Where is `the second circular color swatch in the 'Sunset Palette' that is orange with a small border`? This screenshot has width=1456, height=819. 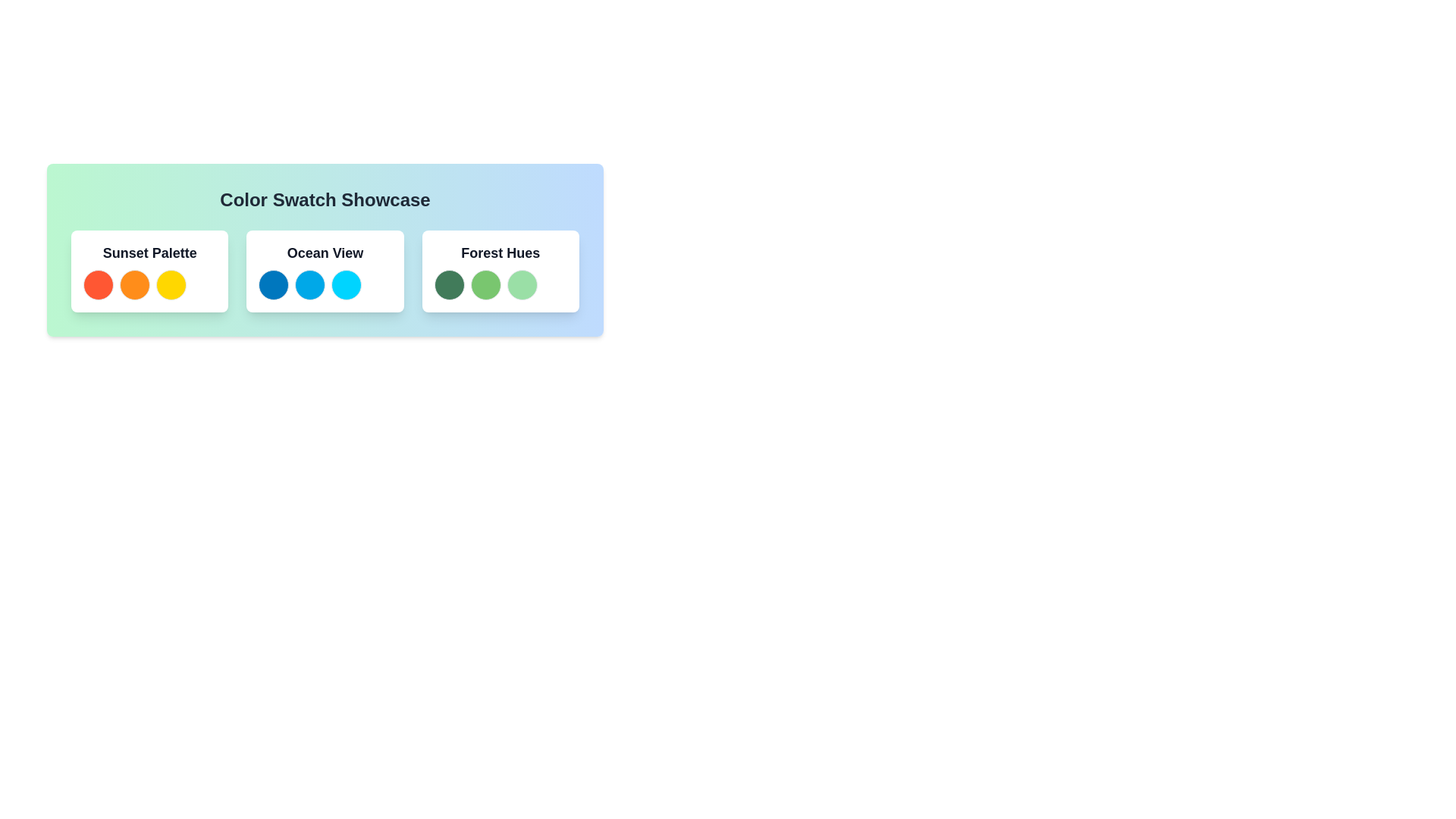
the second circular color swatch in the 'Sunset Palette' that is orange with a small border is located at coordinates (134, 284).